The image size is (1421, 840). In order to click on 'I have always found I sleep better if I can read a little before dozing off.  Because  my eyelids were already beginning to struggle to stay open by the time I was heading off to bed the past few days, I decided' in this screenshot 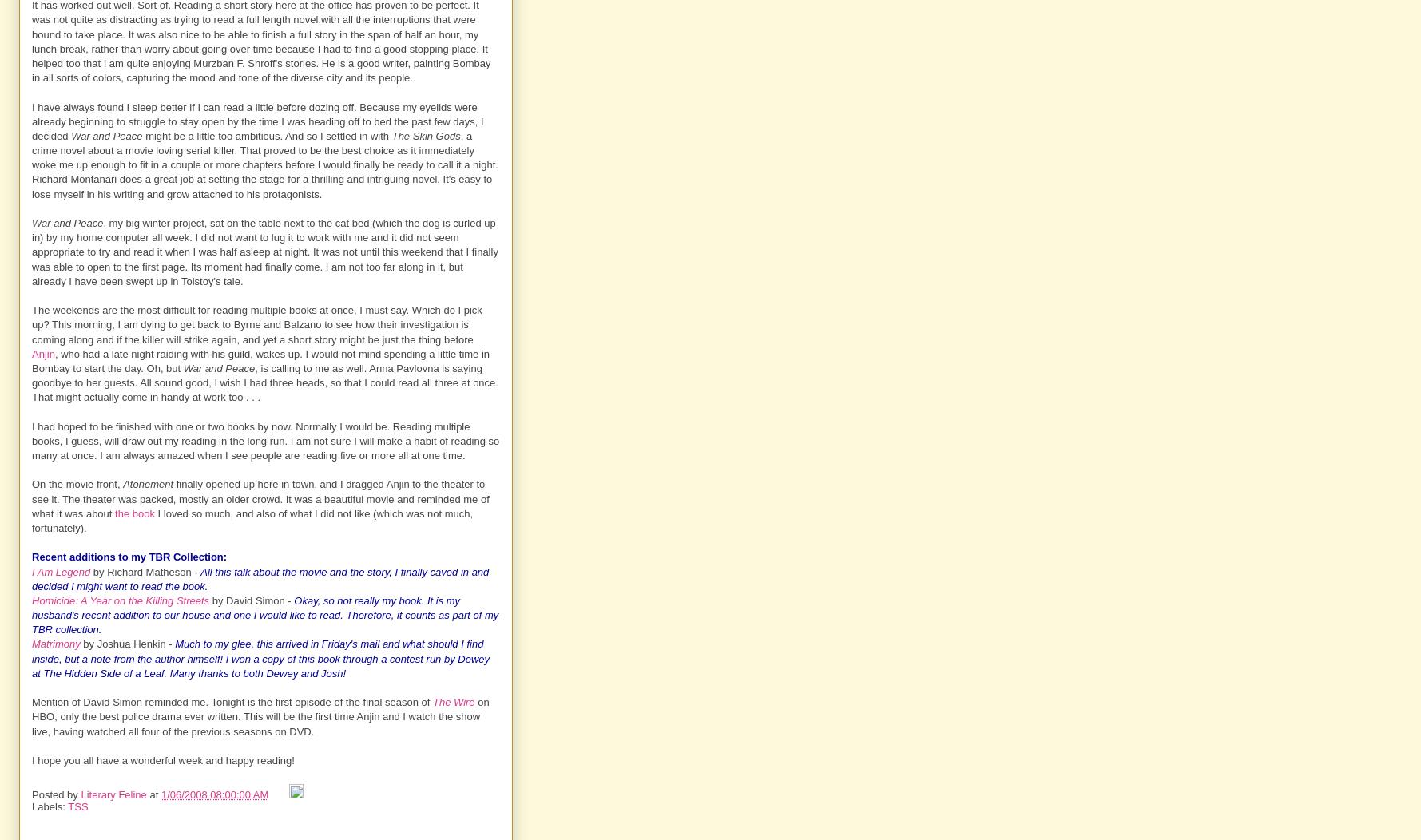, I will do `click(32, 120)`.